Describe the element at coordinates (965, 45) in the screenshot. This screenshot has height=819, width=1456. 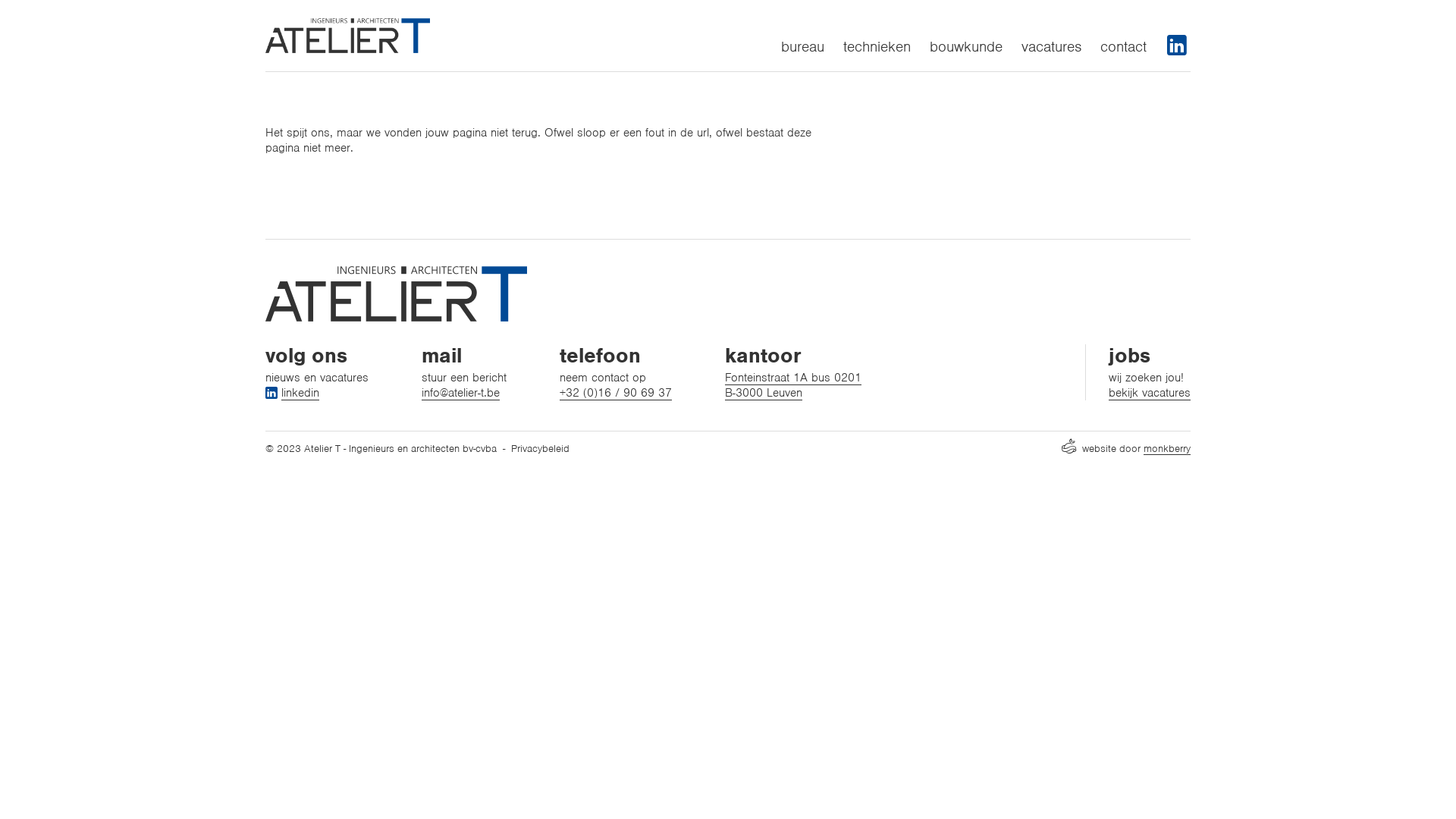
I see `'bouwkunde'` at that location.